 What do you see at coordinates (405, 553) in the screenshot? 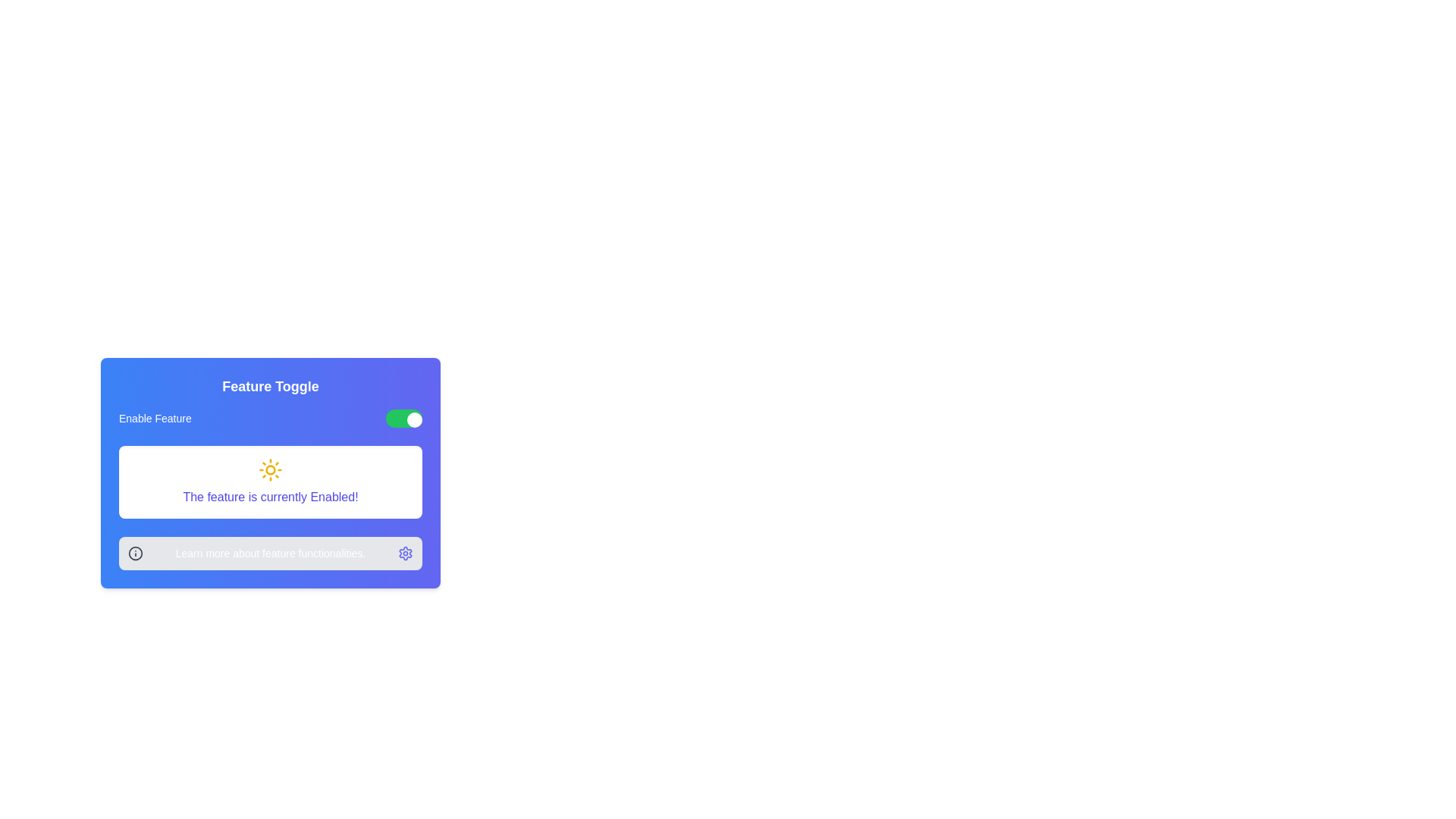
I see `gear-shaped icon located in the bottom-right corner of the Feature Toggle dialog for additional options` at bounding box center [405, 553].